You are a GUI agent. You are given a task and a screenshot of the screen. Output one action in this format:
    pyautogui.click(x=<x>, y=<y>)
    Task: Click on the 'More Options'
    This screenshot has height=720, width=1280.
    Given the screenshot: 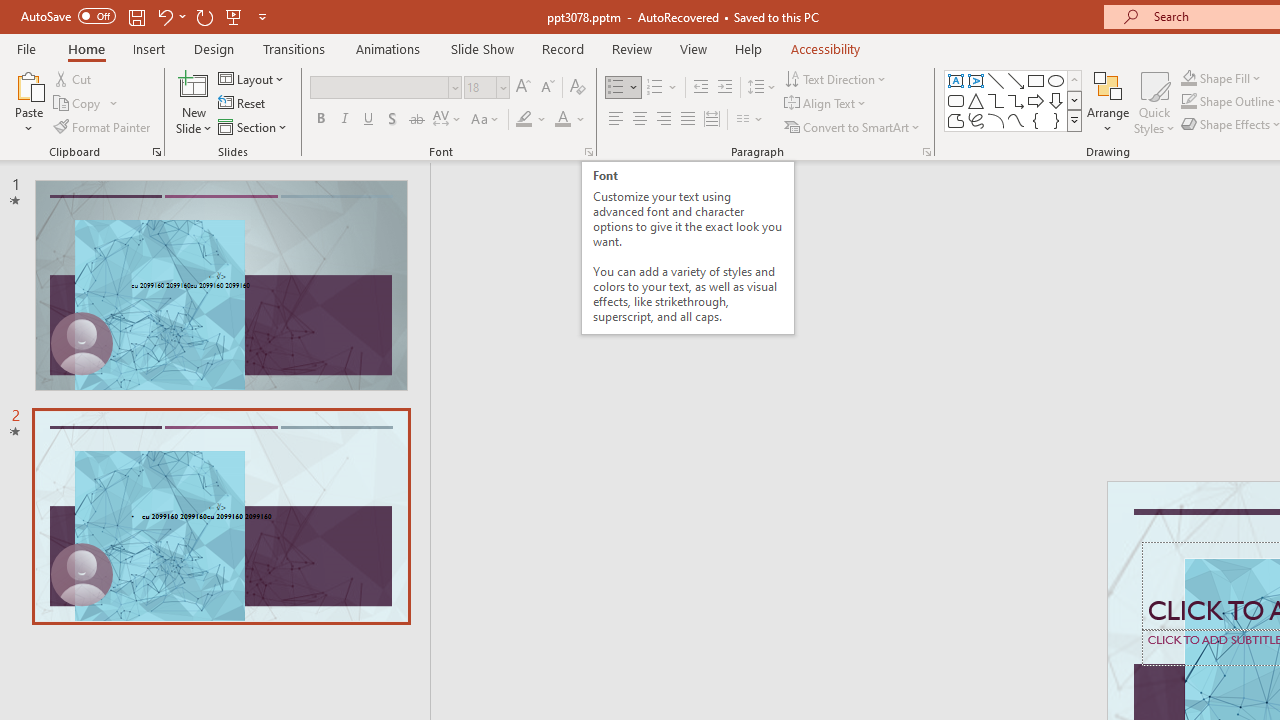 What is the action you would take?
    pyautogui.click(x=1232, y=77)
    